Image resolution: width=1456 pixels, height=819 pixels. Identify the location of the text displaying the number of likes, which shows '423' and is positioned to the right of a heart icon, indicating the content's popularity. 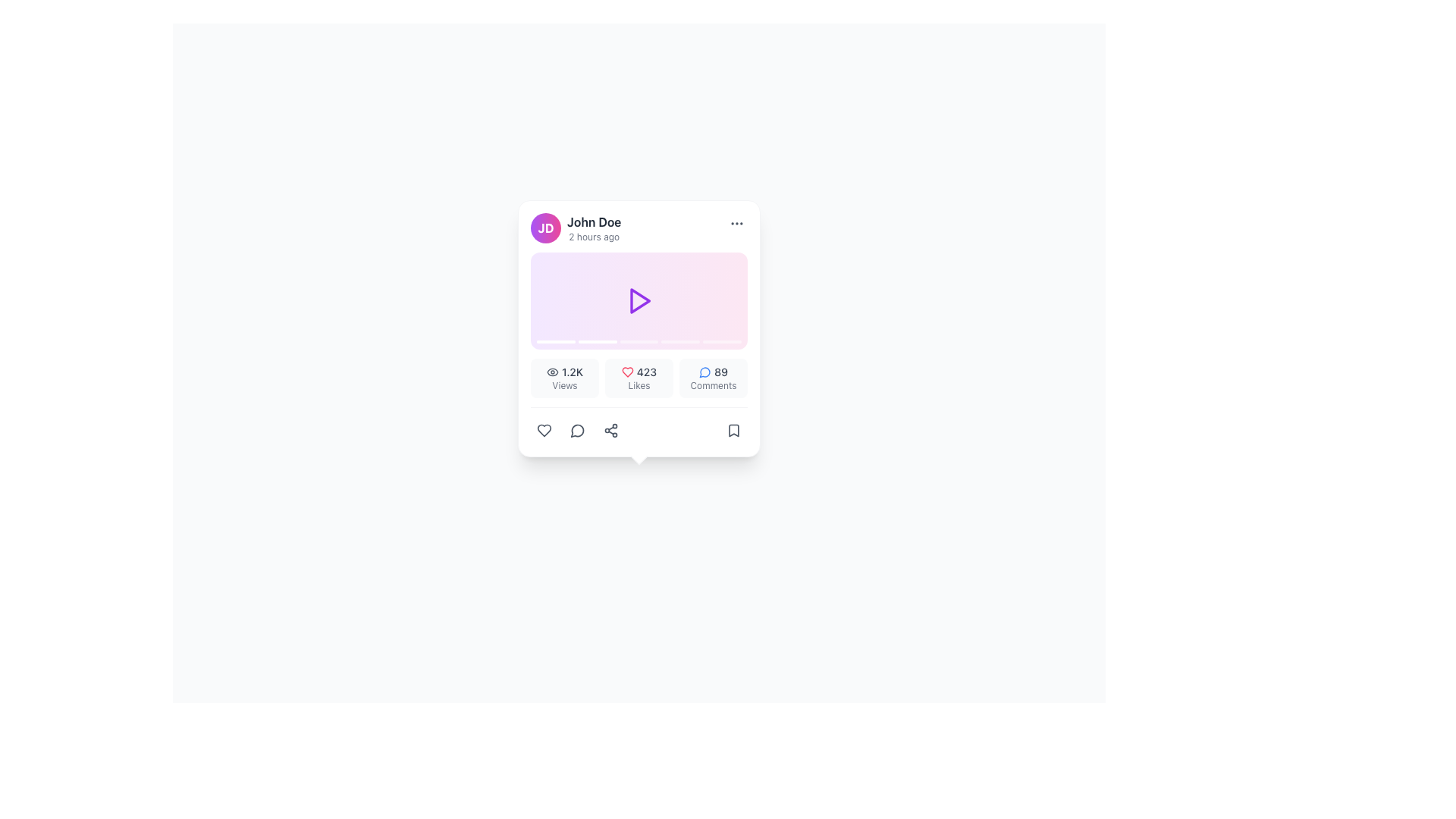
(647, 372).